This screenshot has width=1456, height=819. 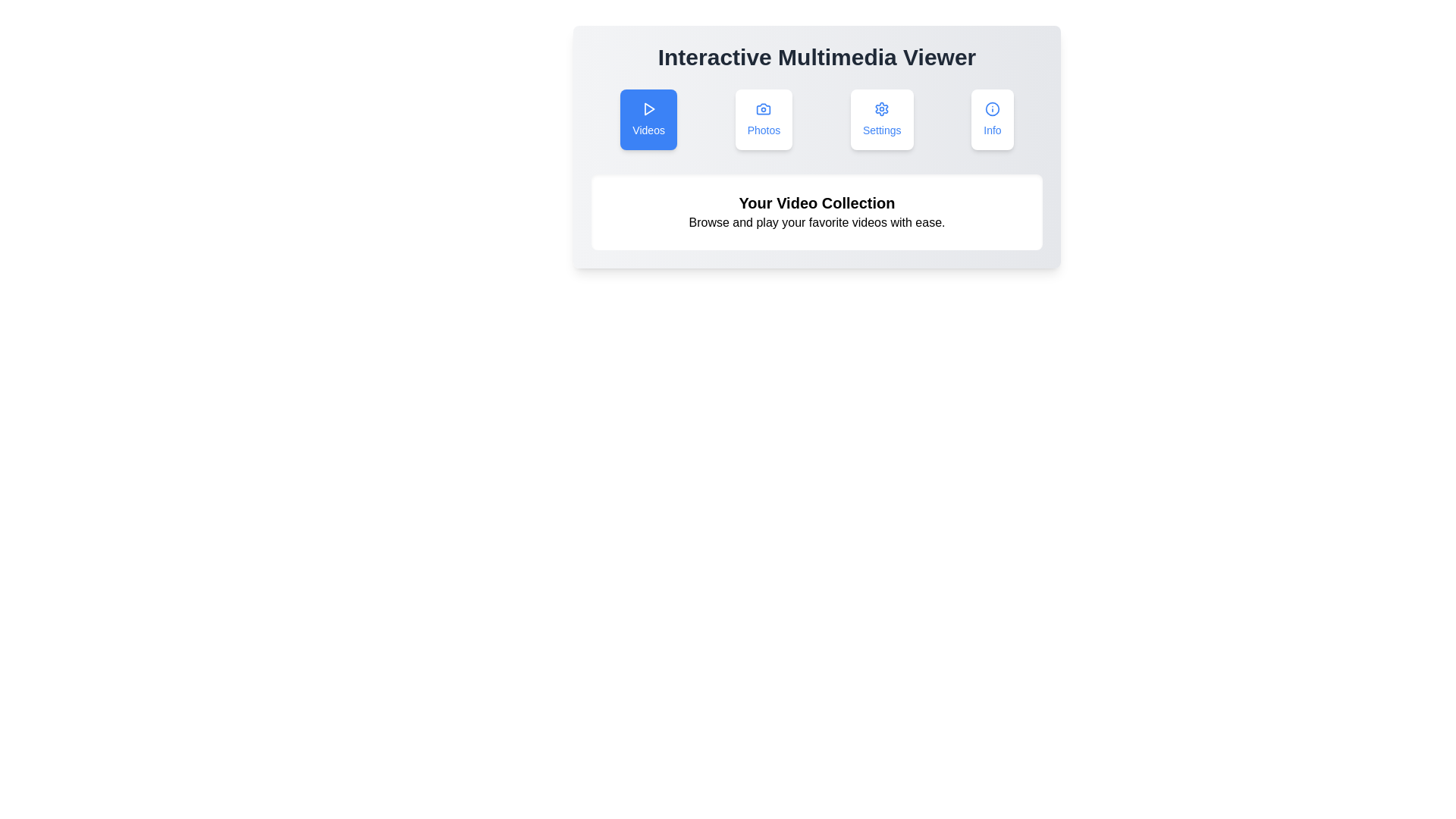 What do you see at coordinates (992, 119) in the screenshot?
I see `the 'Info' button, which is a rectangular button with rounded corners, featuring a blue outlined circle icon with an 'i' inside it above the text label 'Info' in blue font, located at the top-right of the row of buttons` at bounding box center [992, 119].